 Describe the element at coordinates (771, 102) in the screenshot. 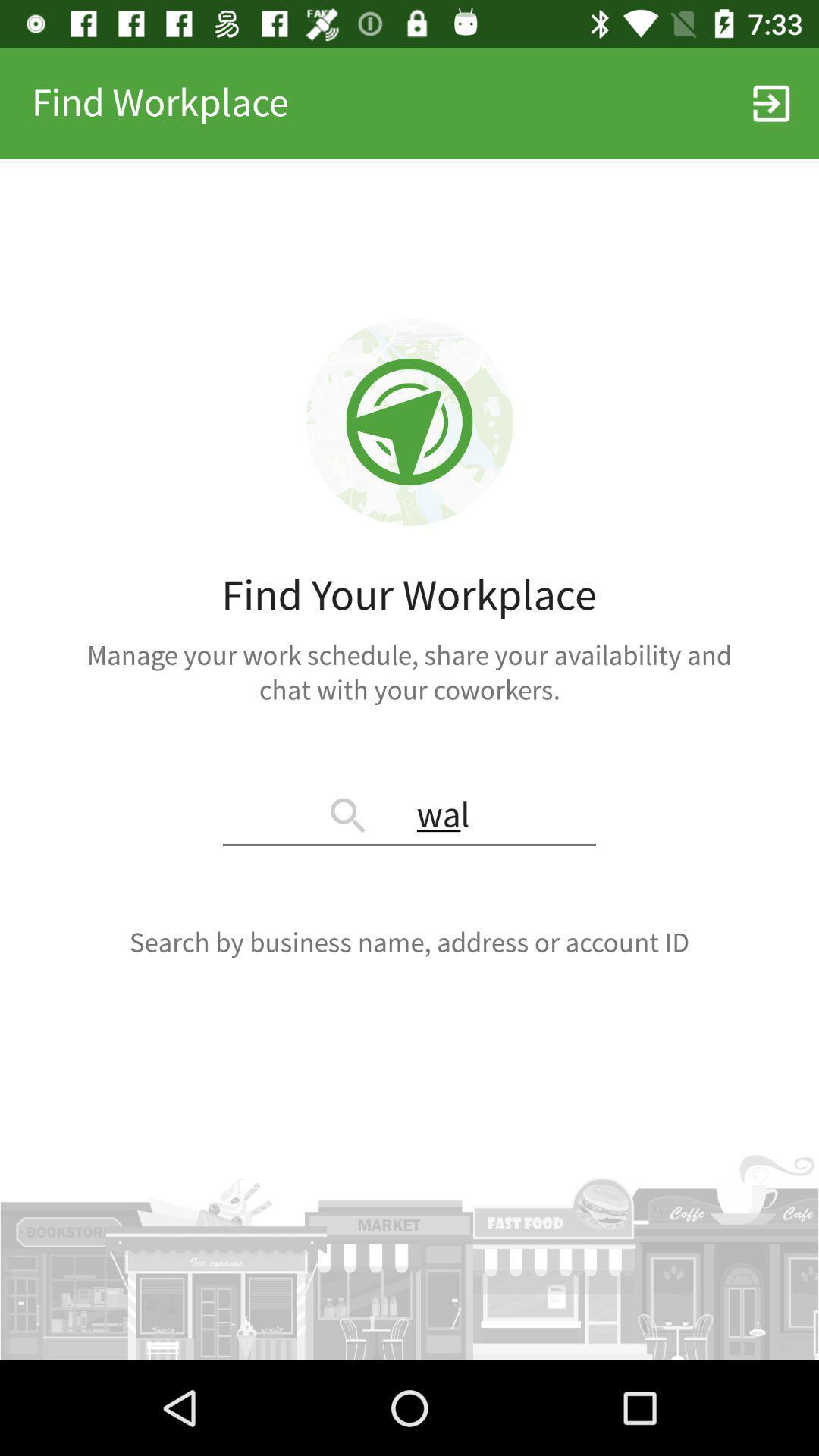

I see `the item at the top right corner` at that location.